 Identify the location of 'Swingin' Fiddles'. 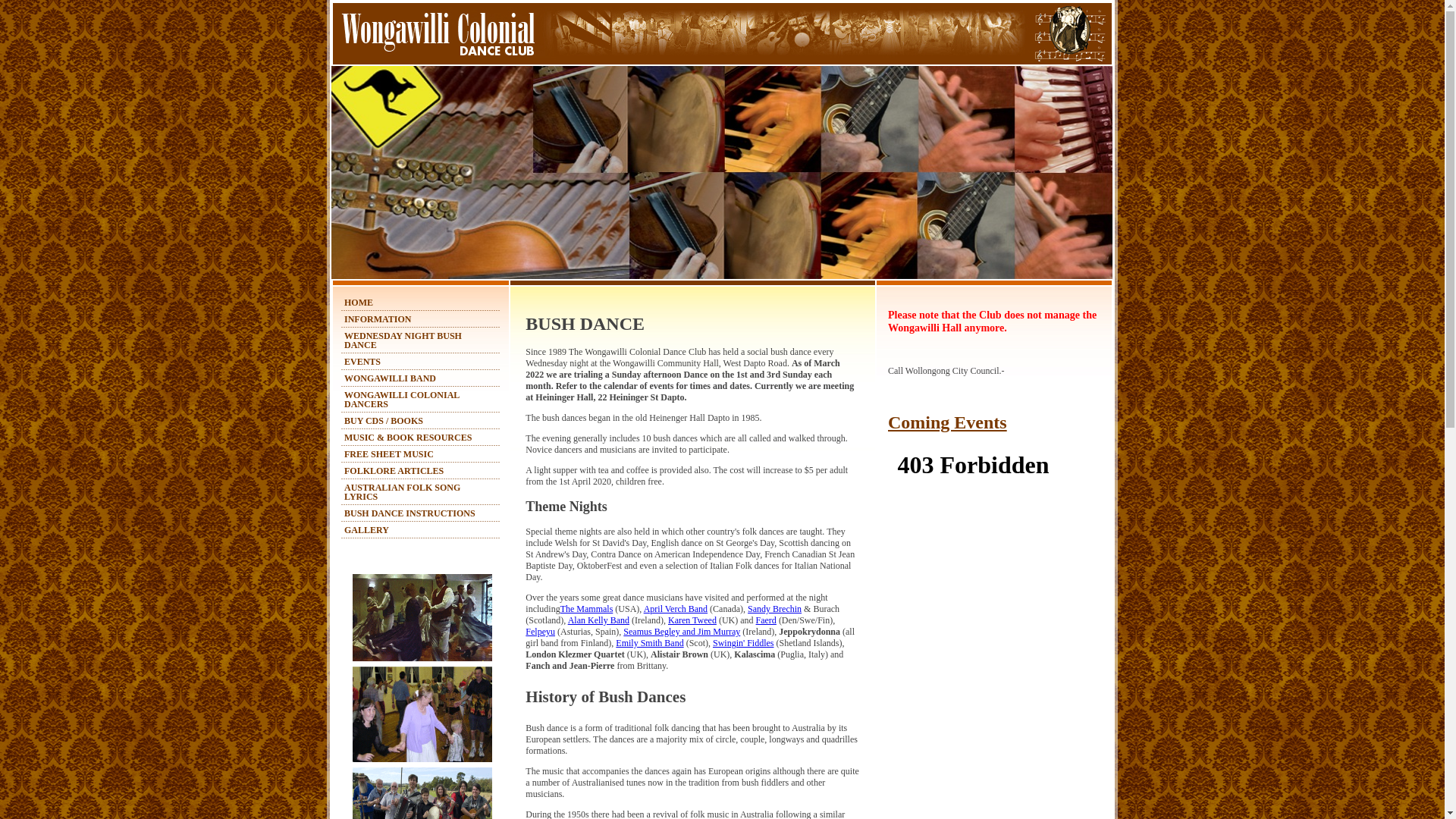
(743, 643).